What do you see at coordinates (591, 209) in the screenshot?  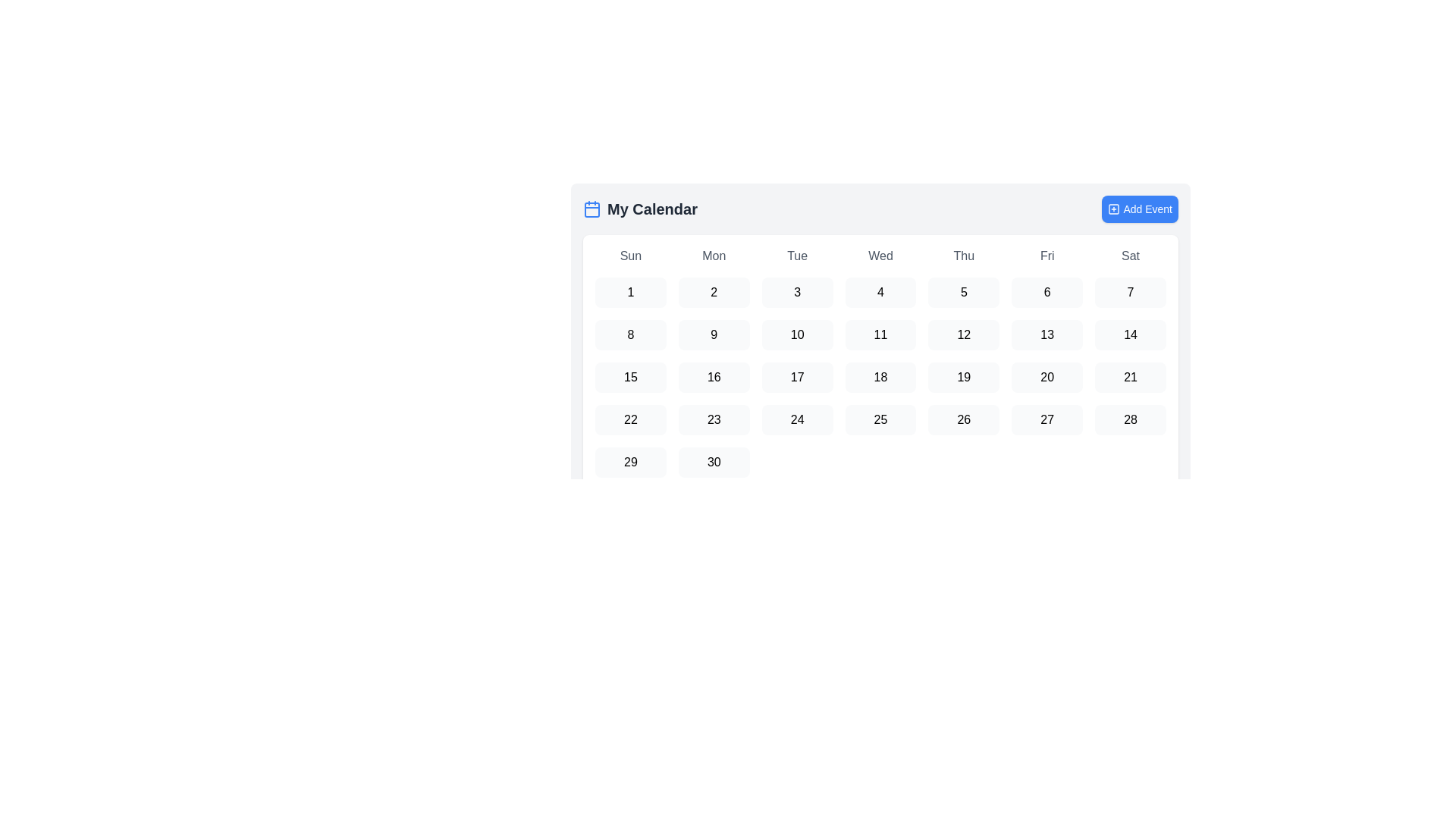 I see `the blue calendar icon located to the left of the 'My Calendar' text in the top header bar of the calendar interface` at bounding box center [591, 209].